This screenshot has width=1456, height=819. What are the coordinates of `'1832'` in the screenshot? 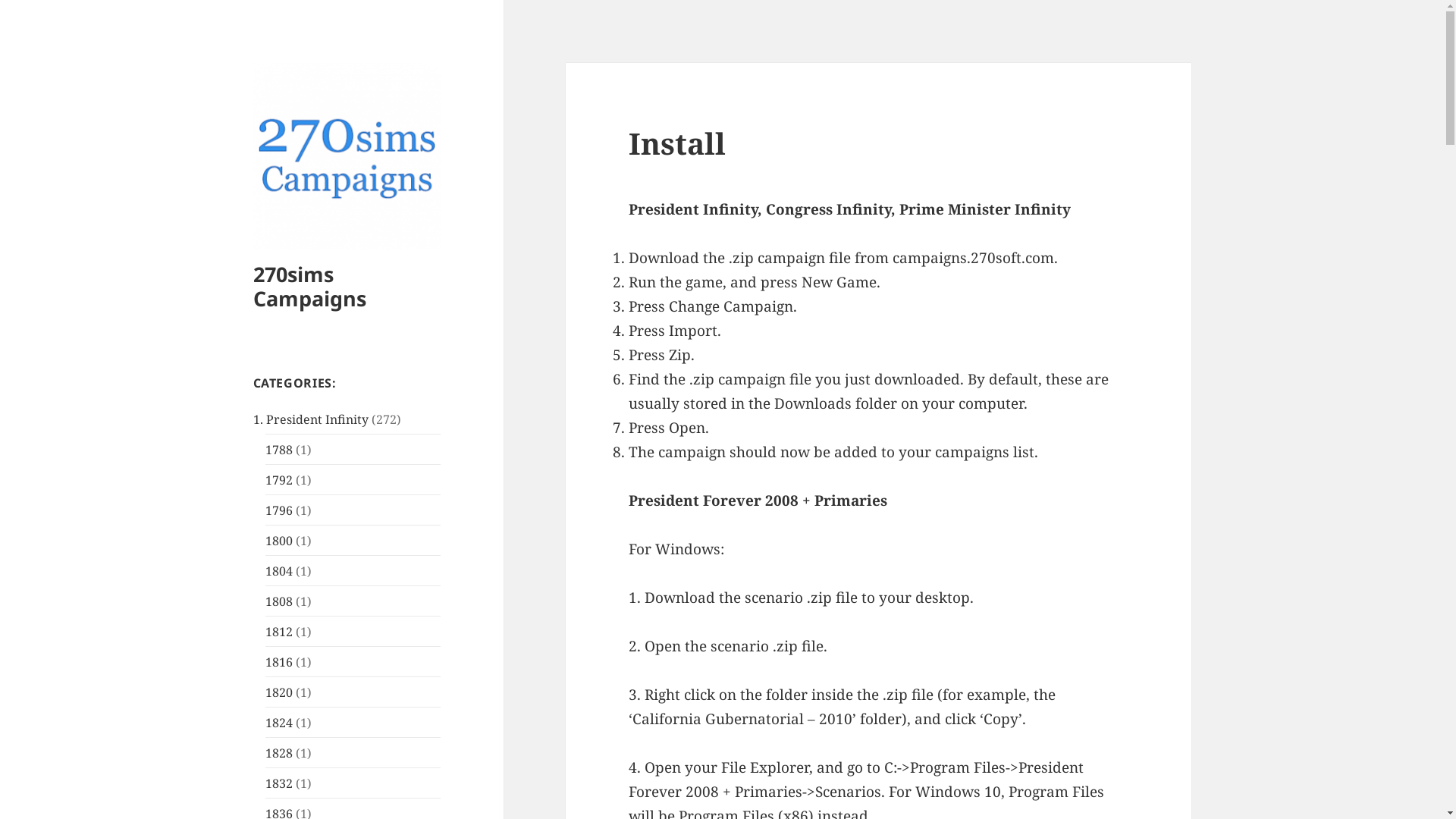 It's located at (279, 783).